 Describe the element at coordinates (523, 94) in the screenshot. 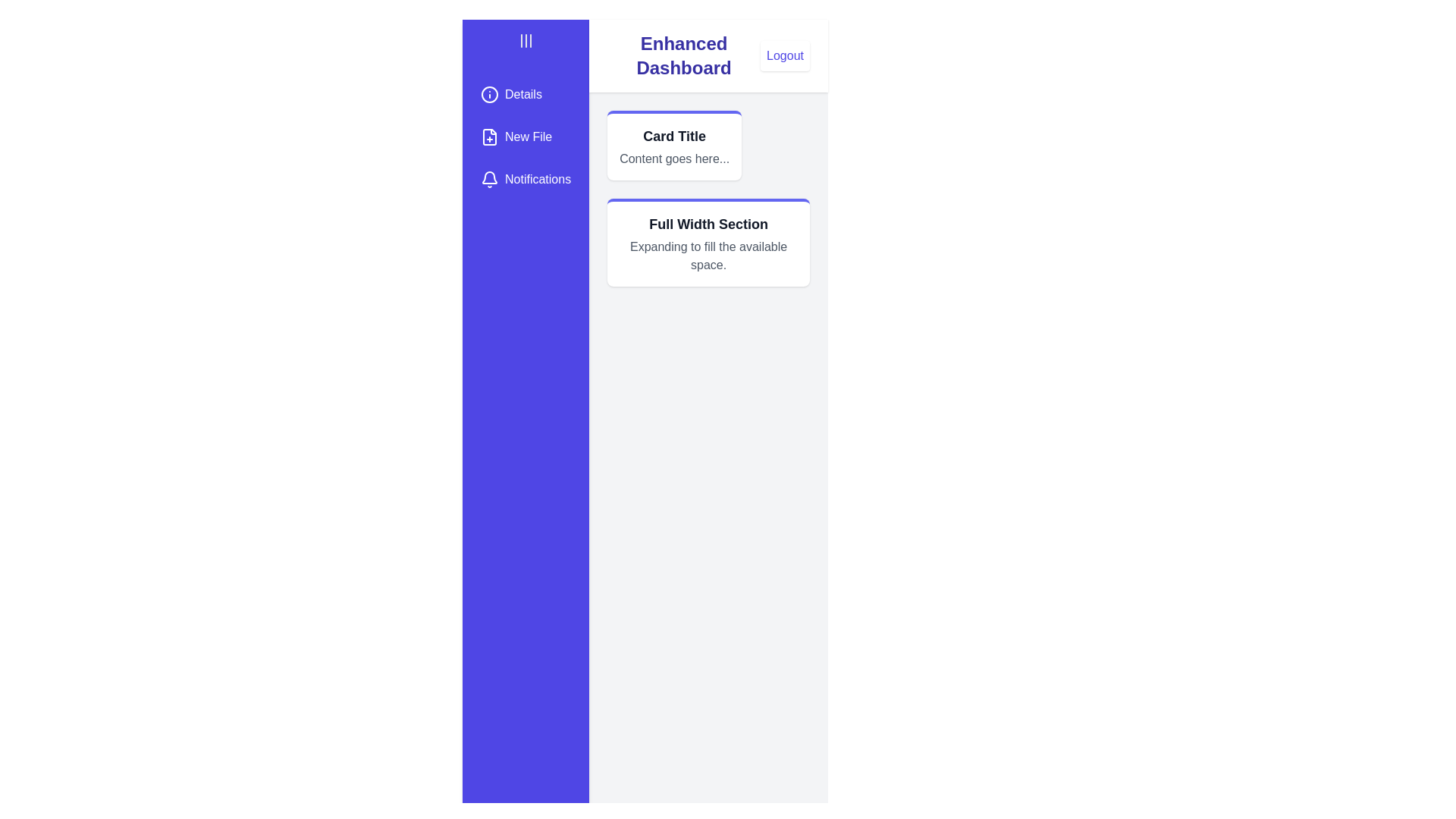

I see `the first text label in the left vertical navigation menu` at that location.